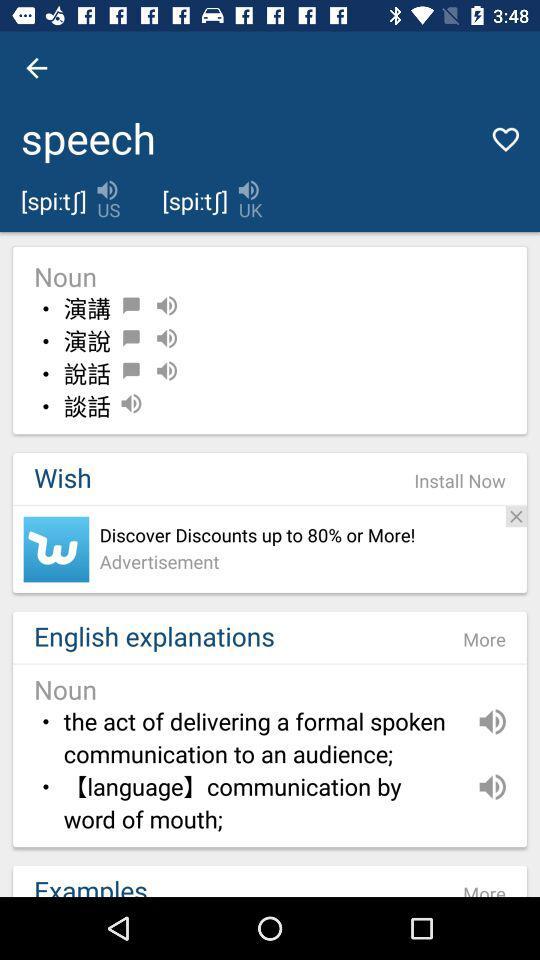  What do you see at coordinates (460, 480) in the screenshot?
I see `icon below the noun item` at bounding box center [460, 480].